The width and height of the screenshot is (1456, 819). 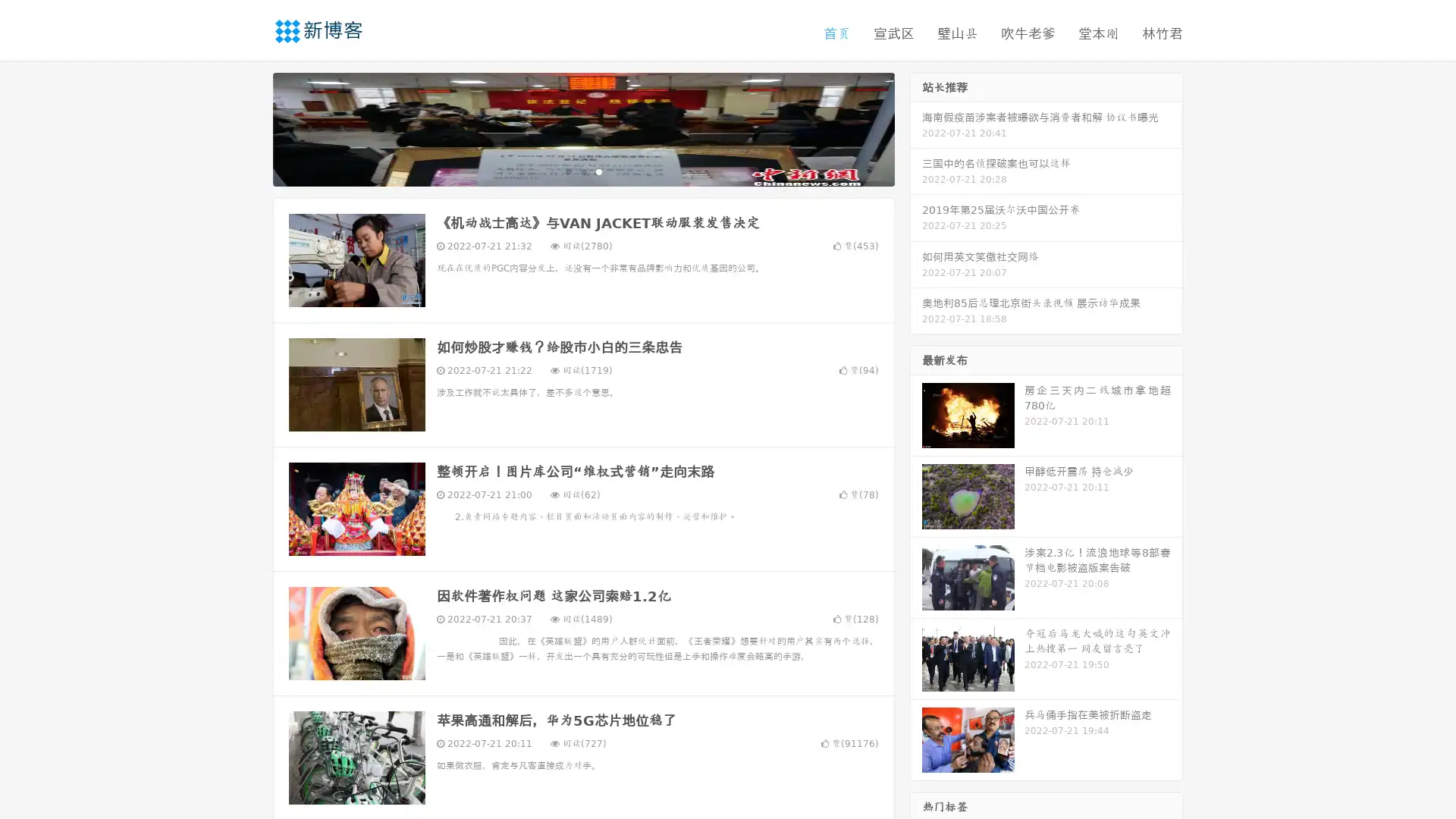 What do you see at coordinates (916, 127) in the screenshot?
I see `Next slide` at bounding box center [916, 127].